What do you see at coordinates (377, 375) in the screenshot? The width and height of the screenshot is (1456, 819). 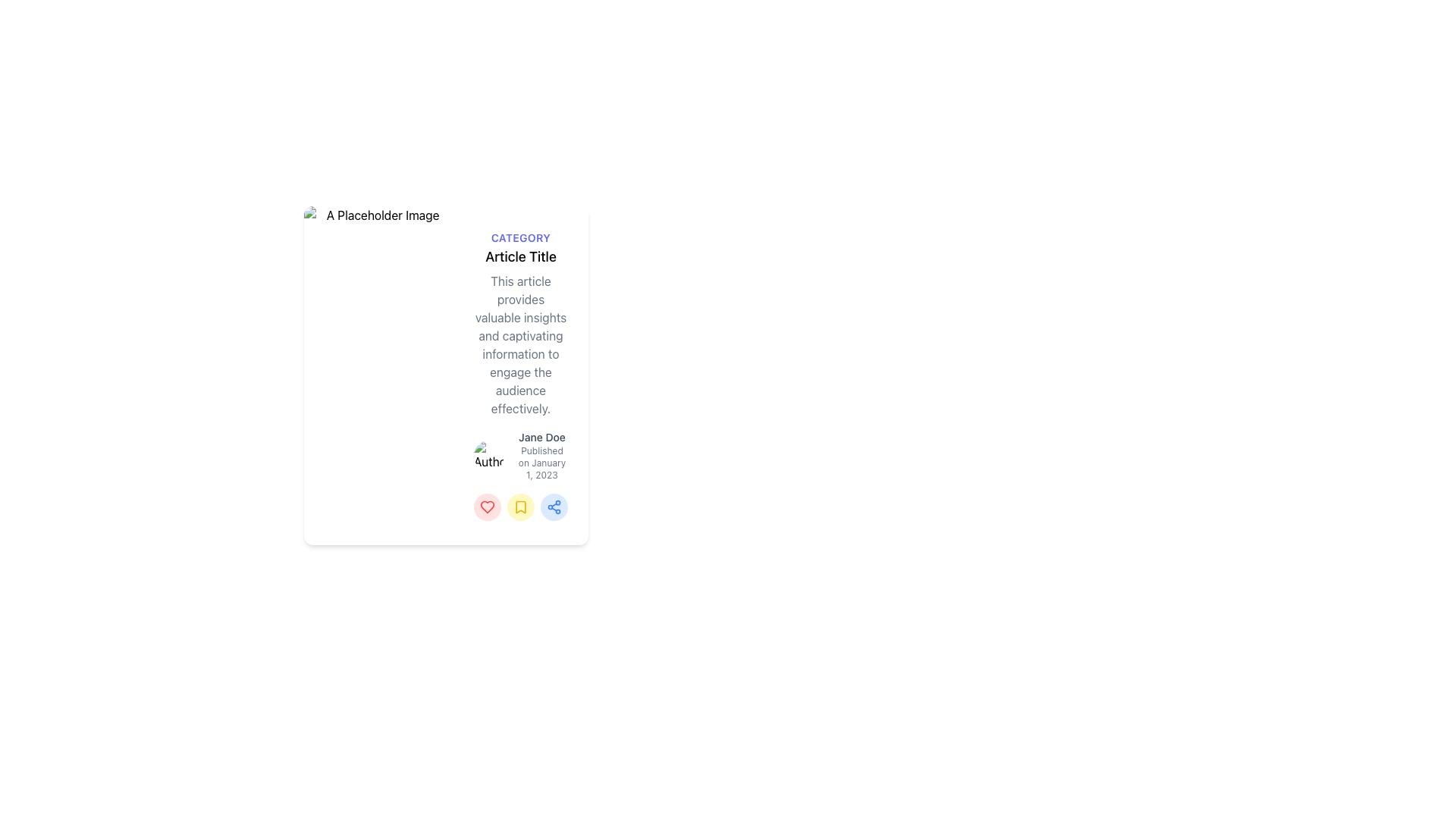 I see `the image labeled 'A Placeholder Image' on the left side of the article entry layout` at bounding box center [377, 375].